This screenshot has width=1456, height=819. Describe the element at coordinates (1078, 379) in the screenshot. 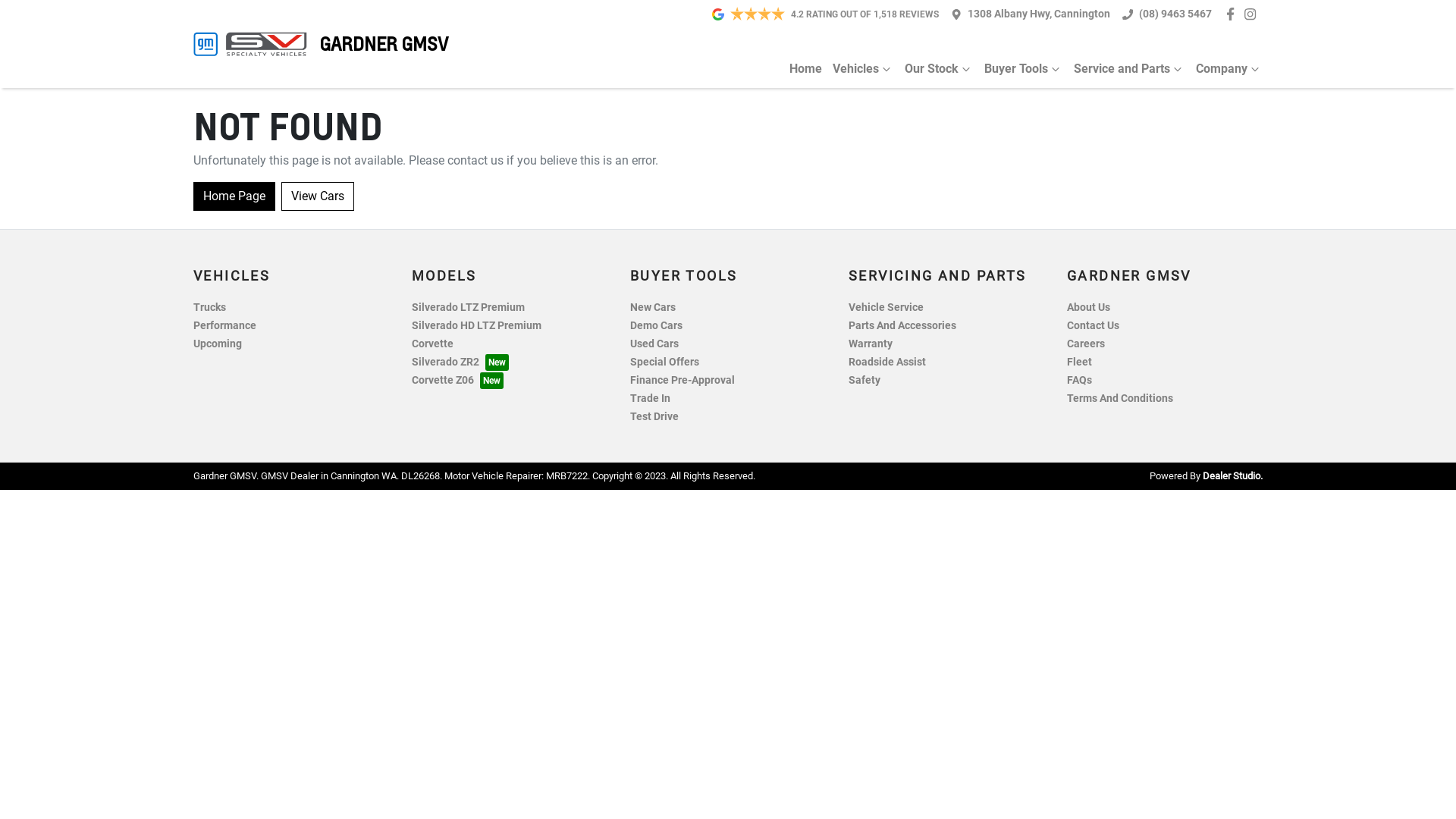

I see `'FAQs'` at that location.